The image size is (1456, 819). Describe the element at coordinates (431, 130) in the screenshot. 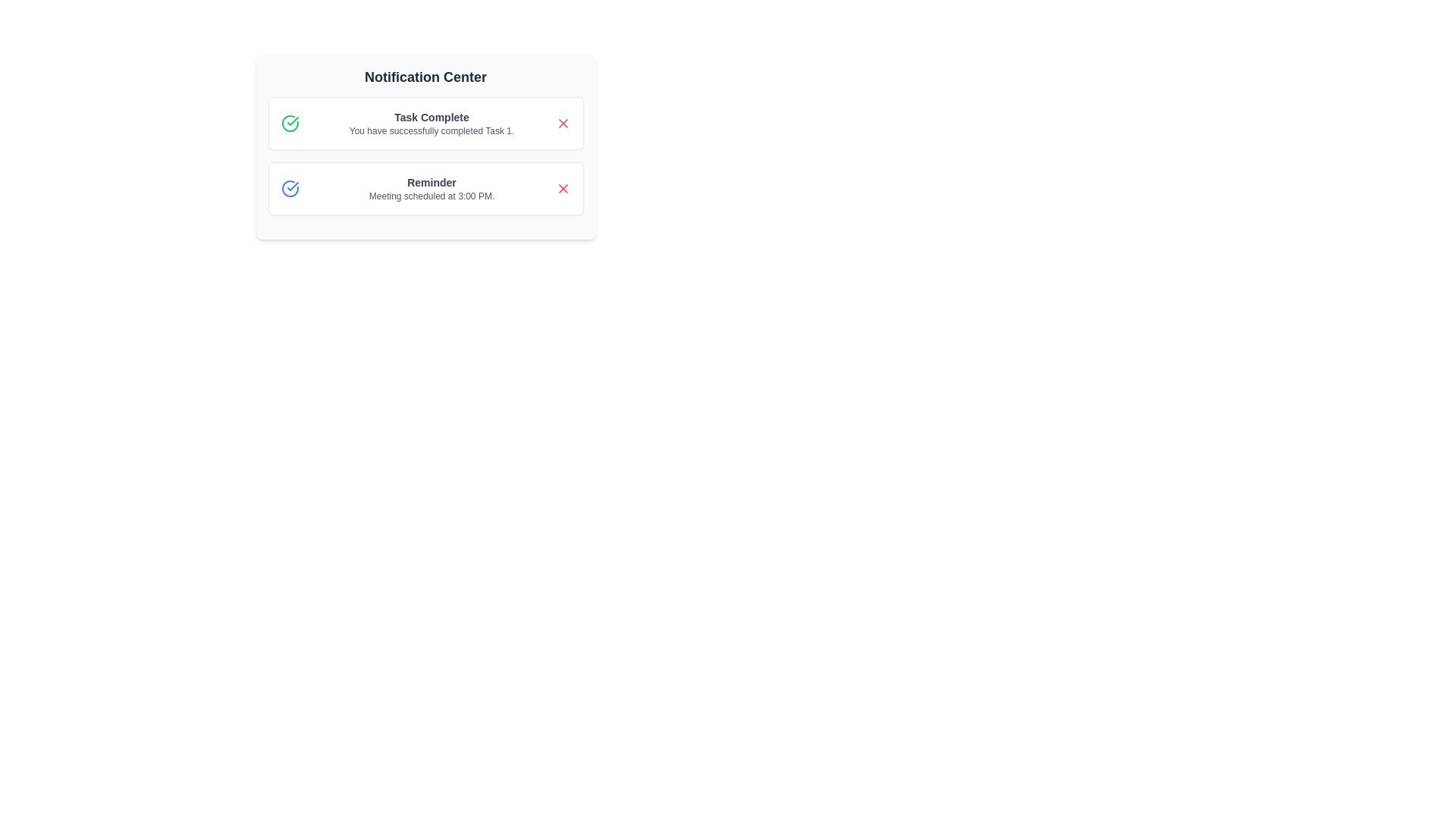

I see `static text label displaying 'You have successfully completed Task 1.' located beneath the bold heading 'Task Complete' in the notification center` at that location.